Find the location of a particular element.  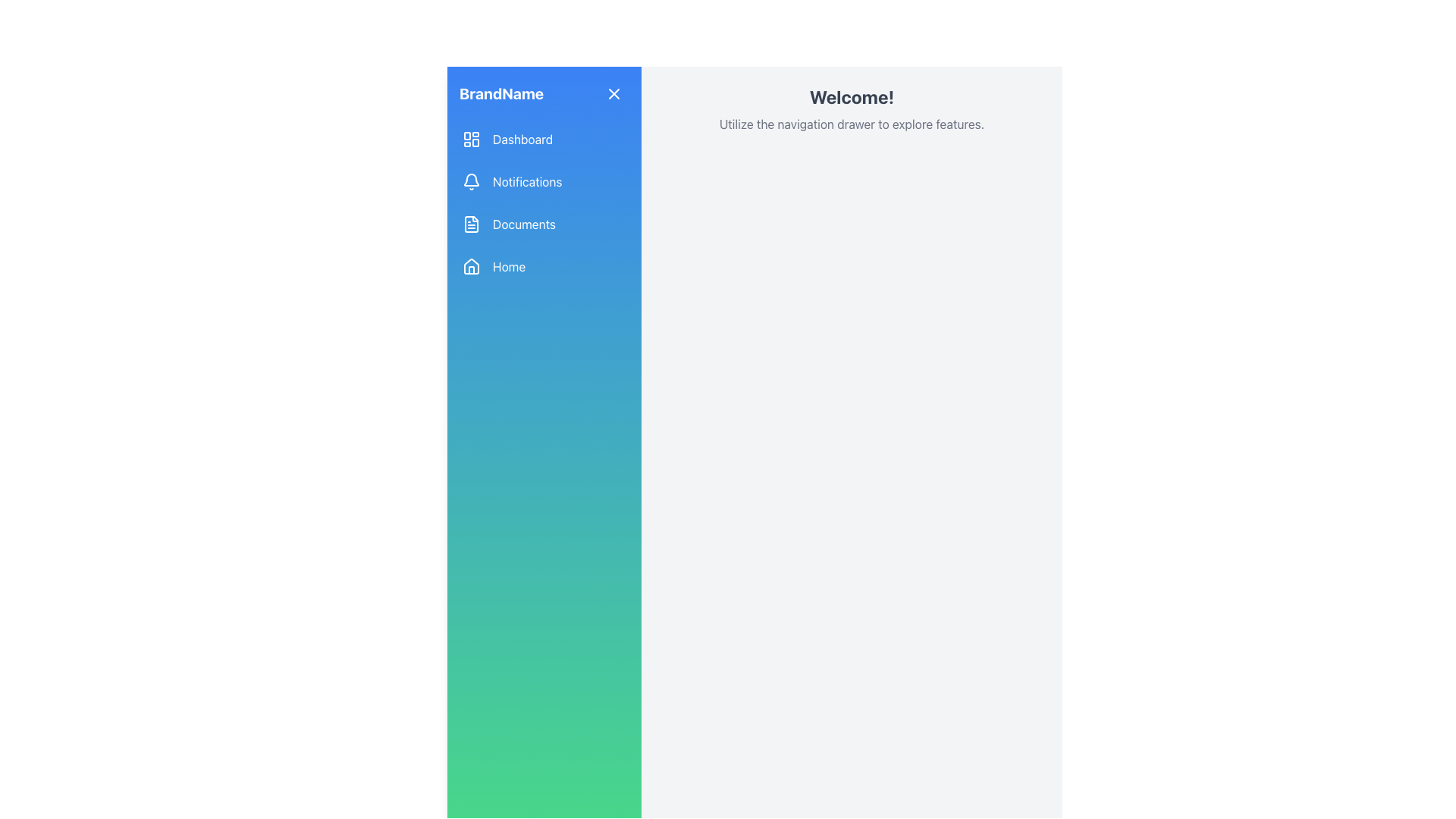

the slanted cross ('x') shape icon located in the upper-right area of the vertical navigation bar next to 'BrandName' is located at coordinates (614, 93).